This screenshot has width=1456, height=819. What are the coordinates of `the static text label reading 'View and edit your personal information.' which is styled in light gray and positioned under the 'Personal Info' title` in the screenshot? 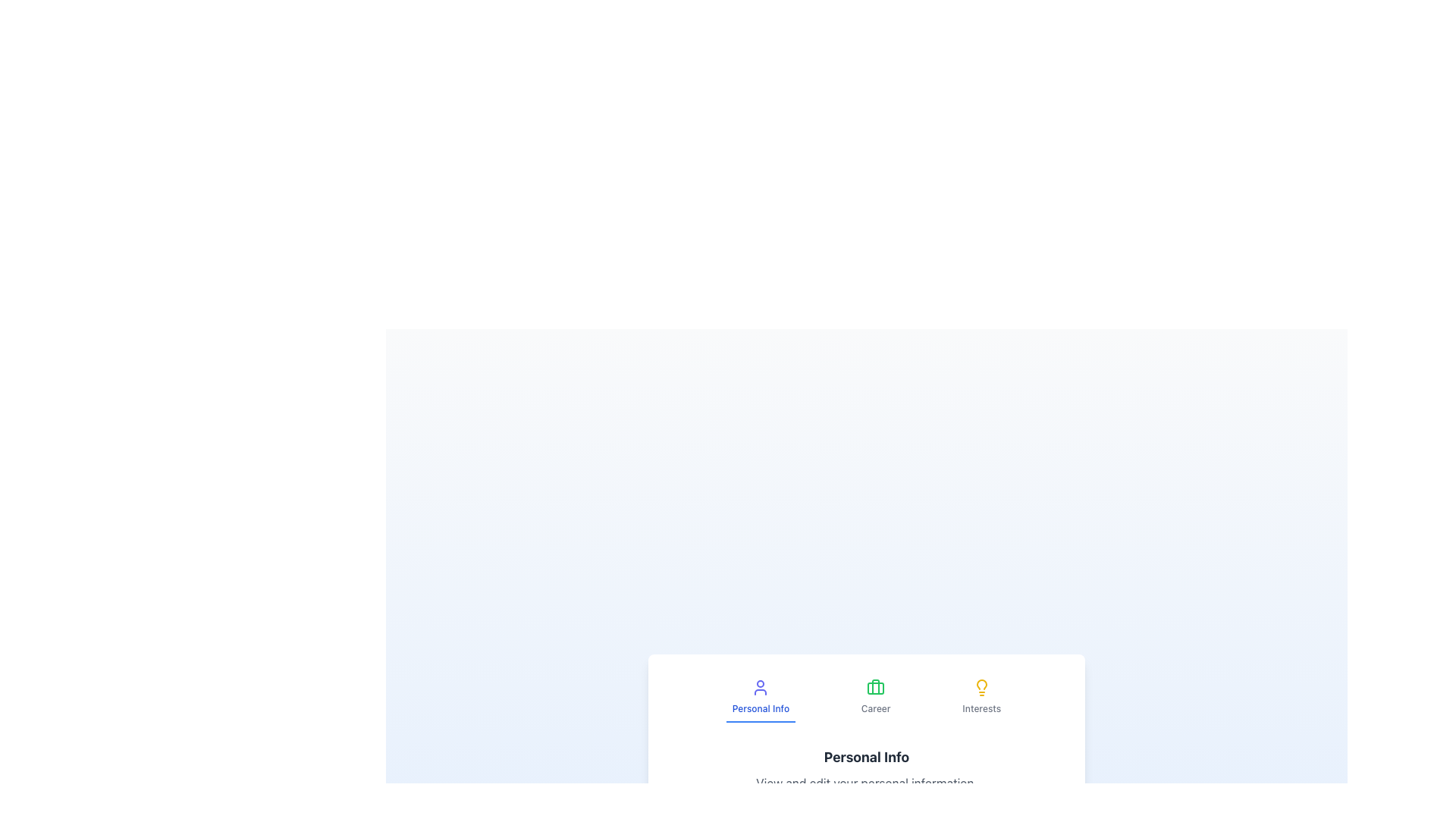 It's located at (866, 783).